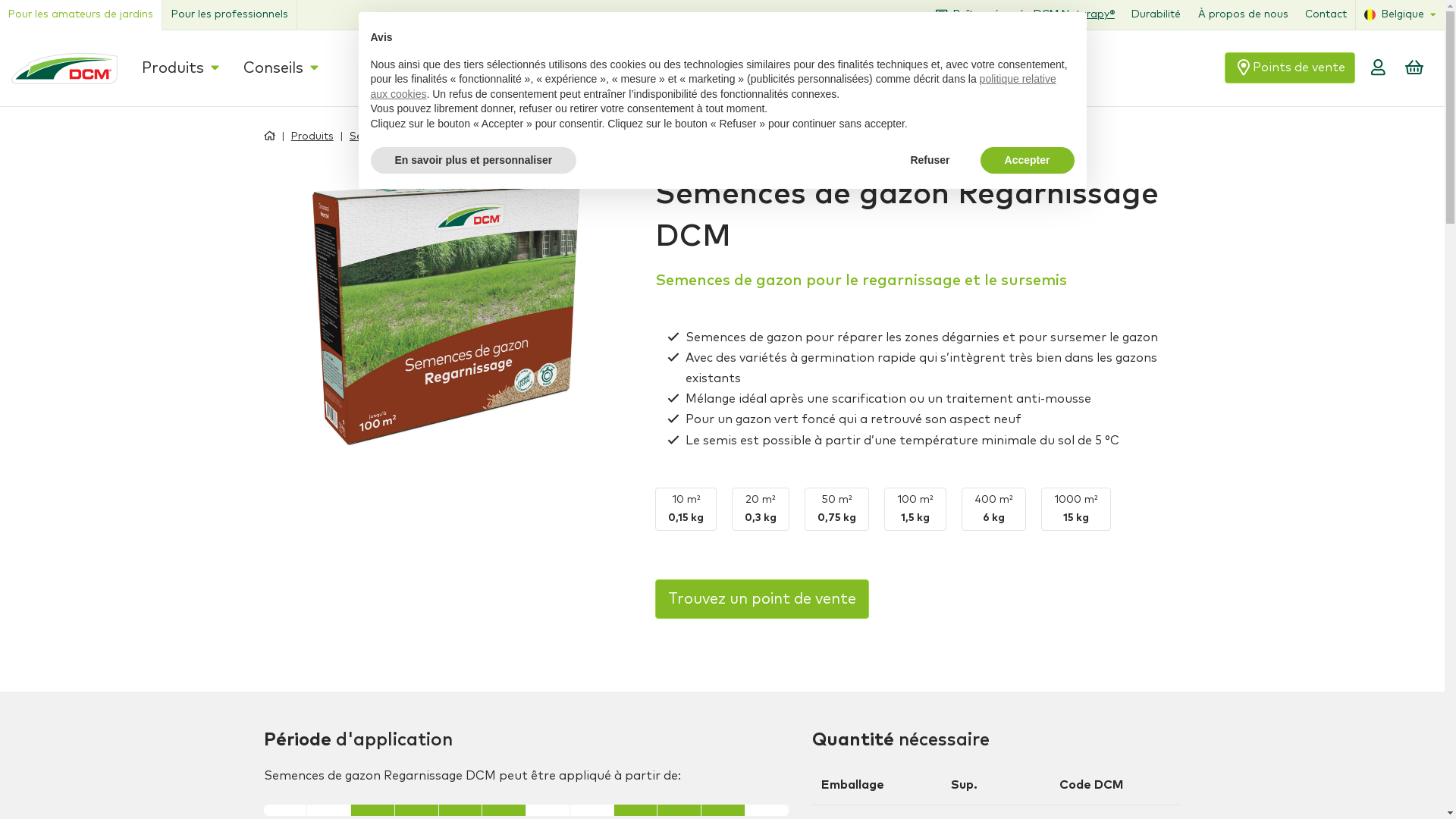  I want to click on 'Points de vente', so click(1329, 67).